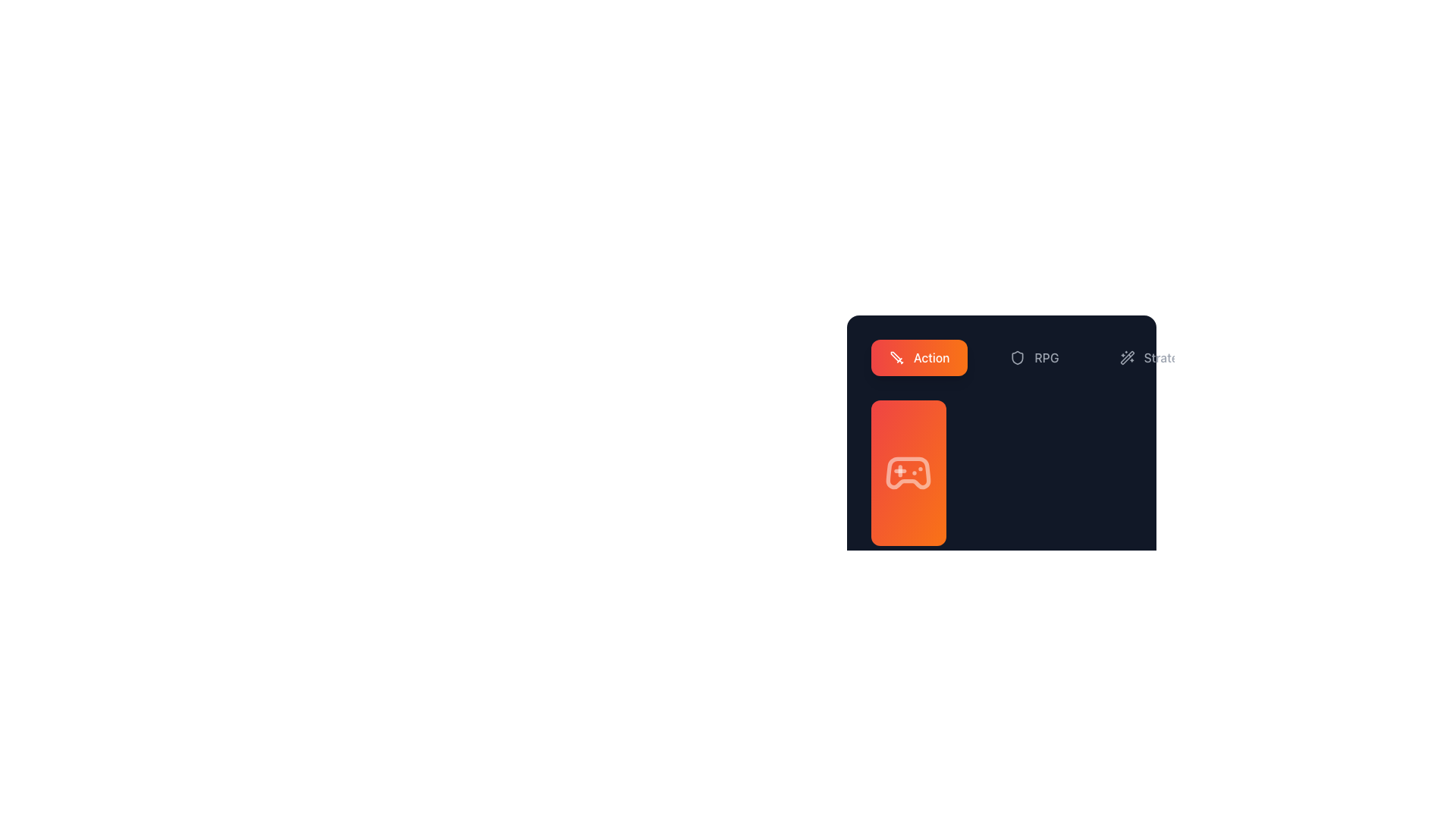  Describe the element at coordinates (908, 472) in the screenshot. I see `the gamepad icon located in a highlighted panel with a gradient orange background, positioned below the 'Action' button` at that location.